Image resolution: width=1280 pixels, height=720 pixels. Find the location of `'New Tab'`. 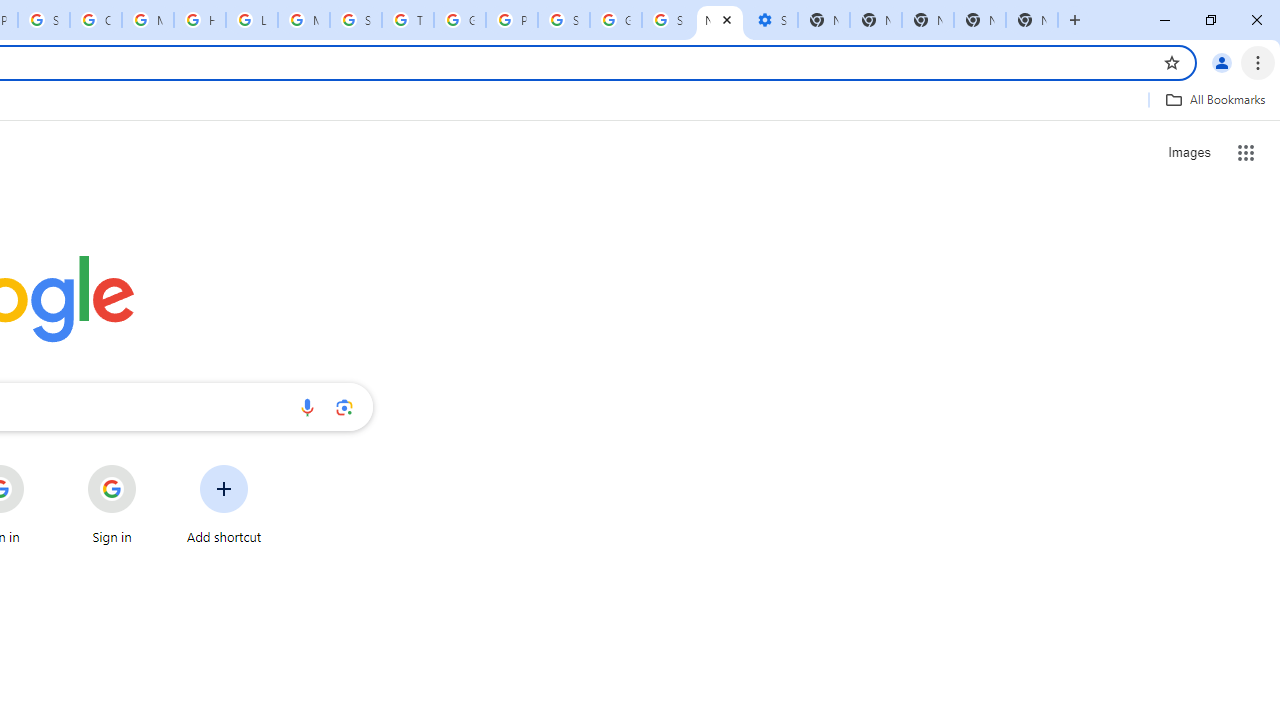

'New Tab' is located at coordinates (979, 20).